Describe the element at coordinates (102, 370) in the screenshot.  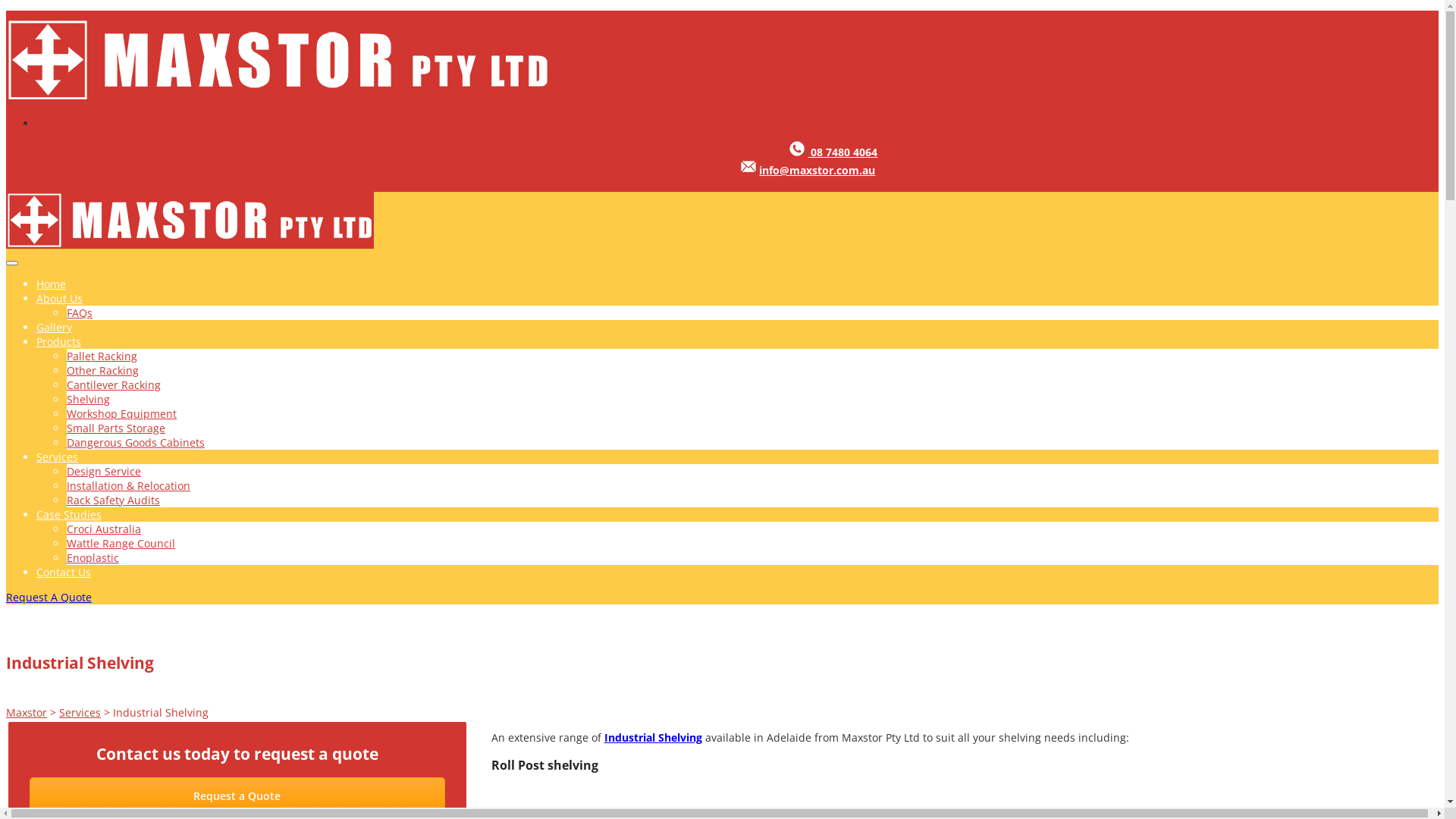
I see `'Other Racking'` at that location.